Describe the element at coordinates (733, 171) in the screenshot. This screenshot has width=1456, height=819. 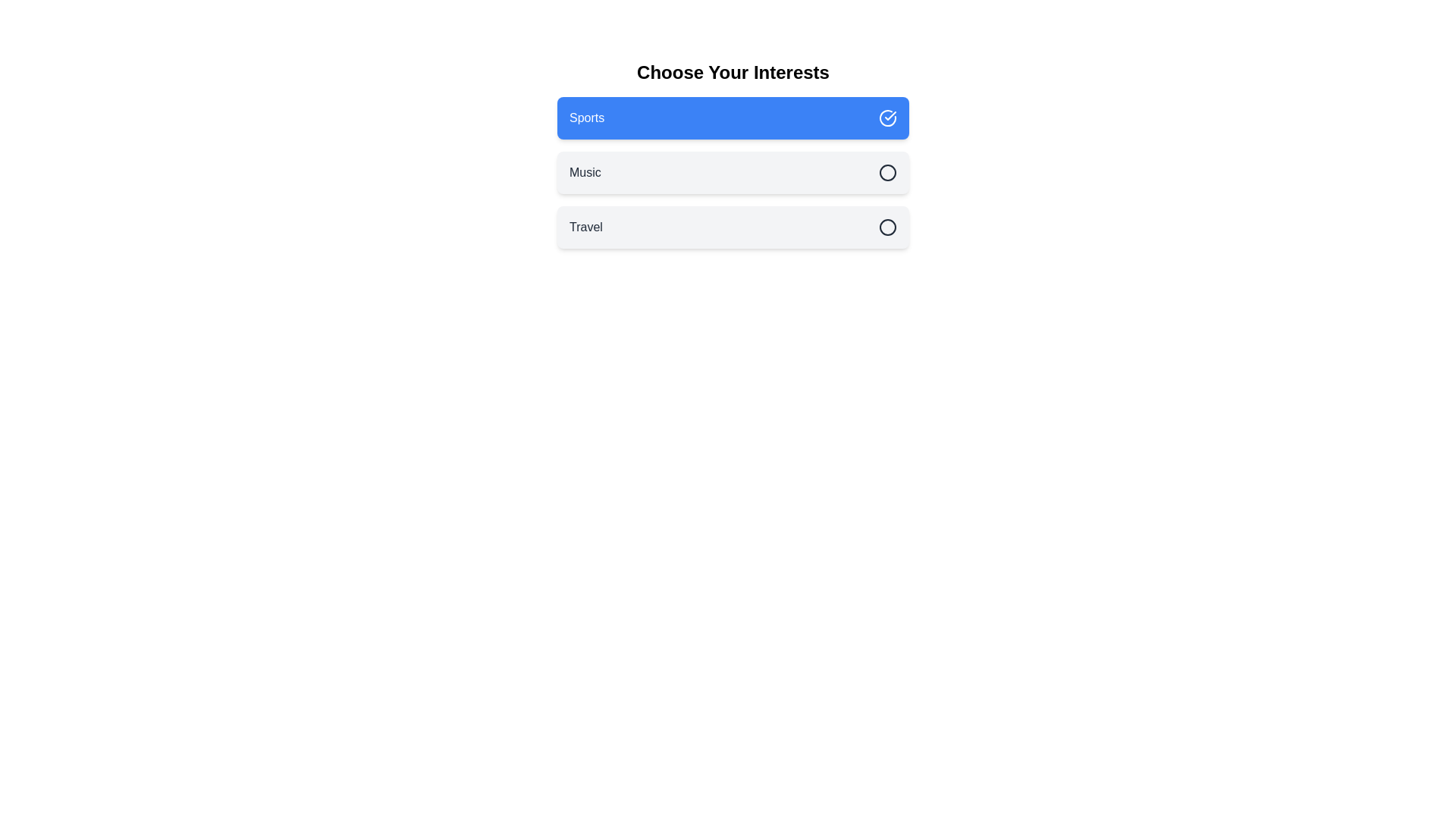
I see `the chip labeled Music` at that location.